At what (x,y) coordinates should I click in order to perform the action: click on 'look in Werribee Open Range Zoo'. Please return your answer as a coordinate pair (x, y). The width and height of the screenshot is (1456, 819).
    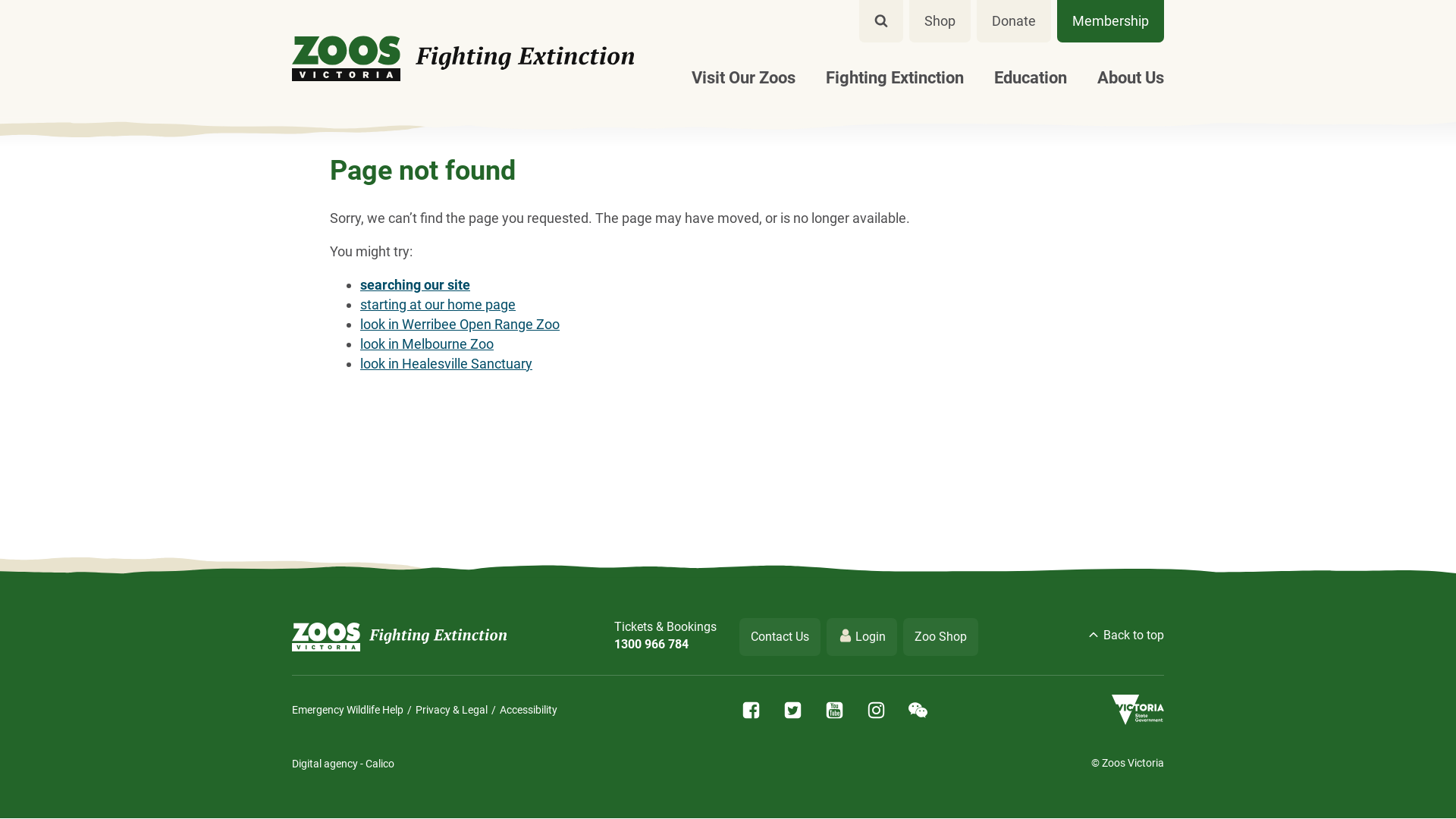
    Looking at the image, I should click on (459, 323).